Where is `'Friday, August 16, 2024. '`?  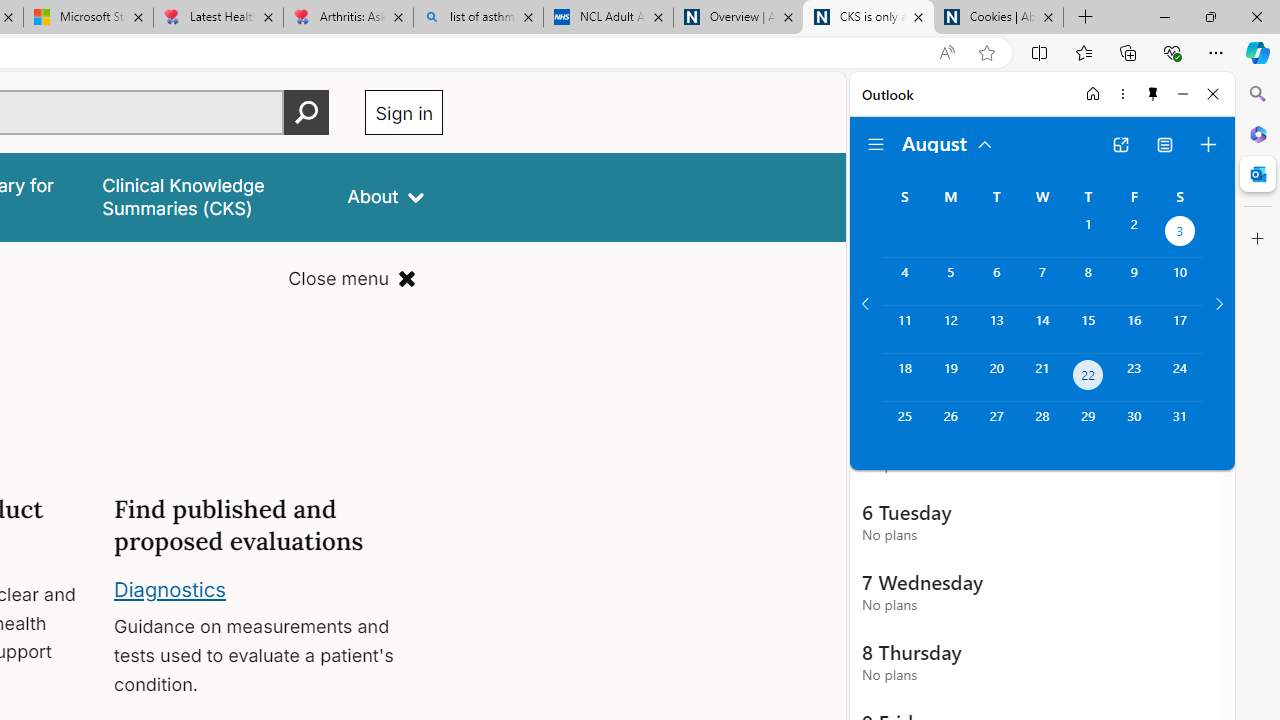
'Friday, August 16, 2024. ' is located at coordinates (1134, 328).